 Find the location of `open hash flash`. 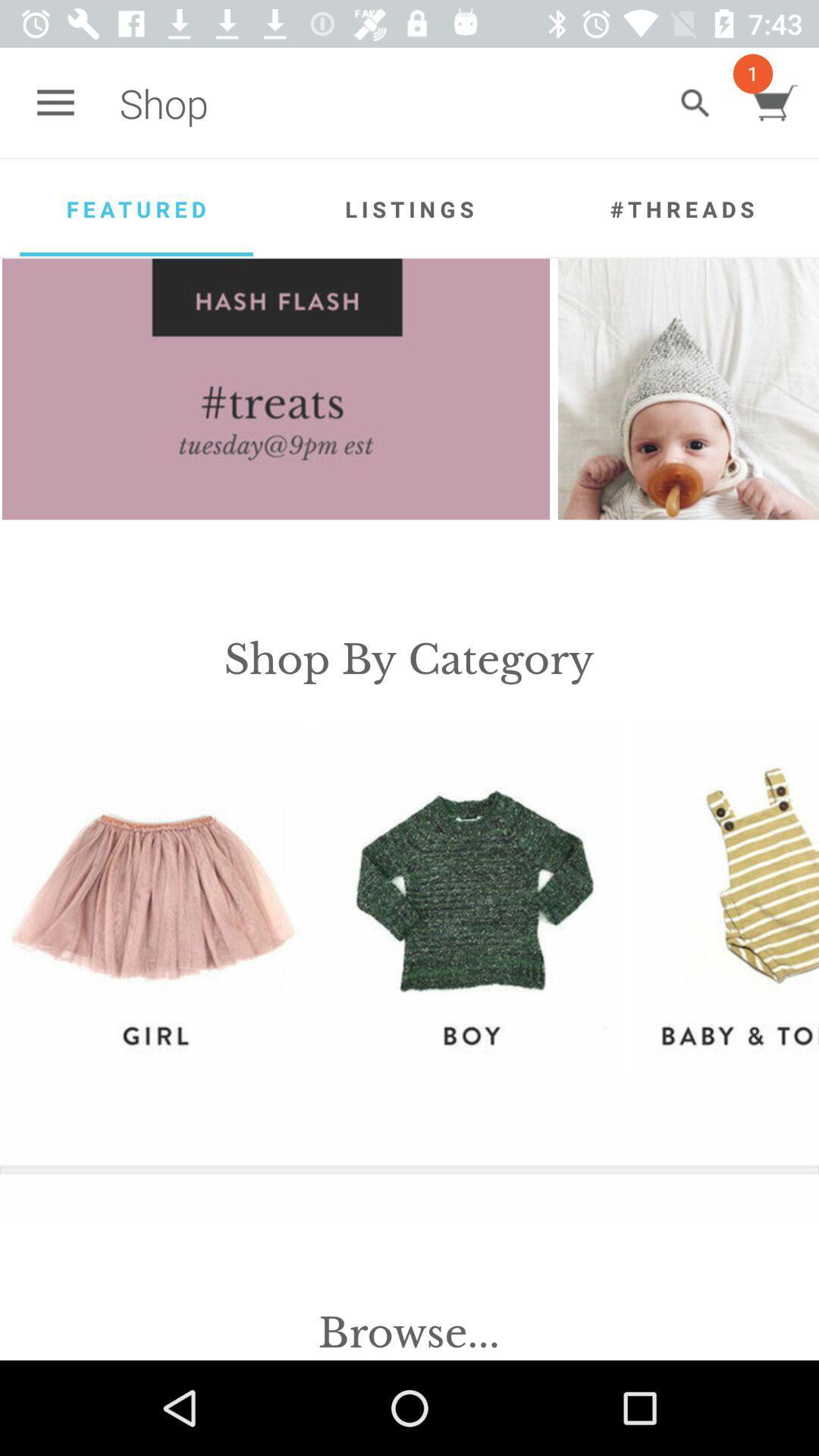

open hash flash is located at coordinates (276, 389).